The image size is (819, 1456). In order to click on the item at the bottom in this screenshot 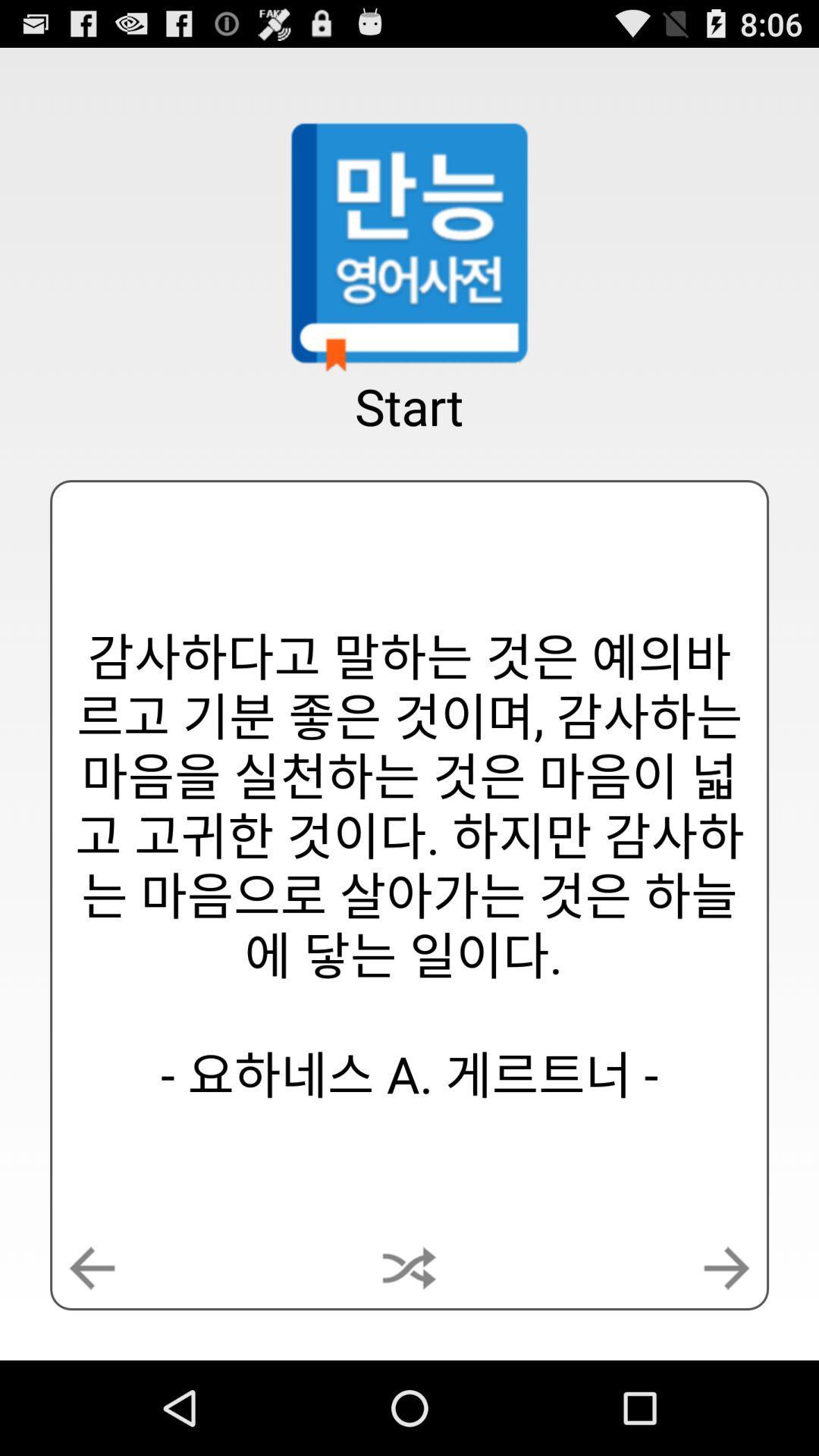, I will do `click(409, 1268)`.